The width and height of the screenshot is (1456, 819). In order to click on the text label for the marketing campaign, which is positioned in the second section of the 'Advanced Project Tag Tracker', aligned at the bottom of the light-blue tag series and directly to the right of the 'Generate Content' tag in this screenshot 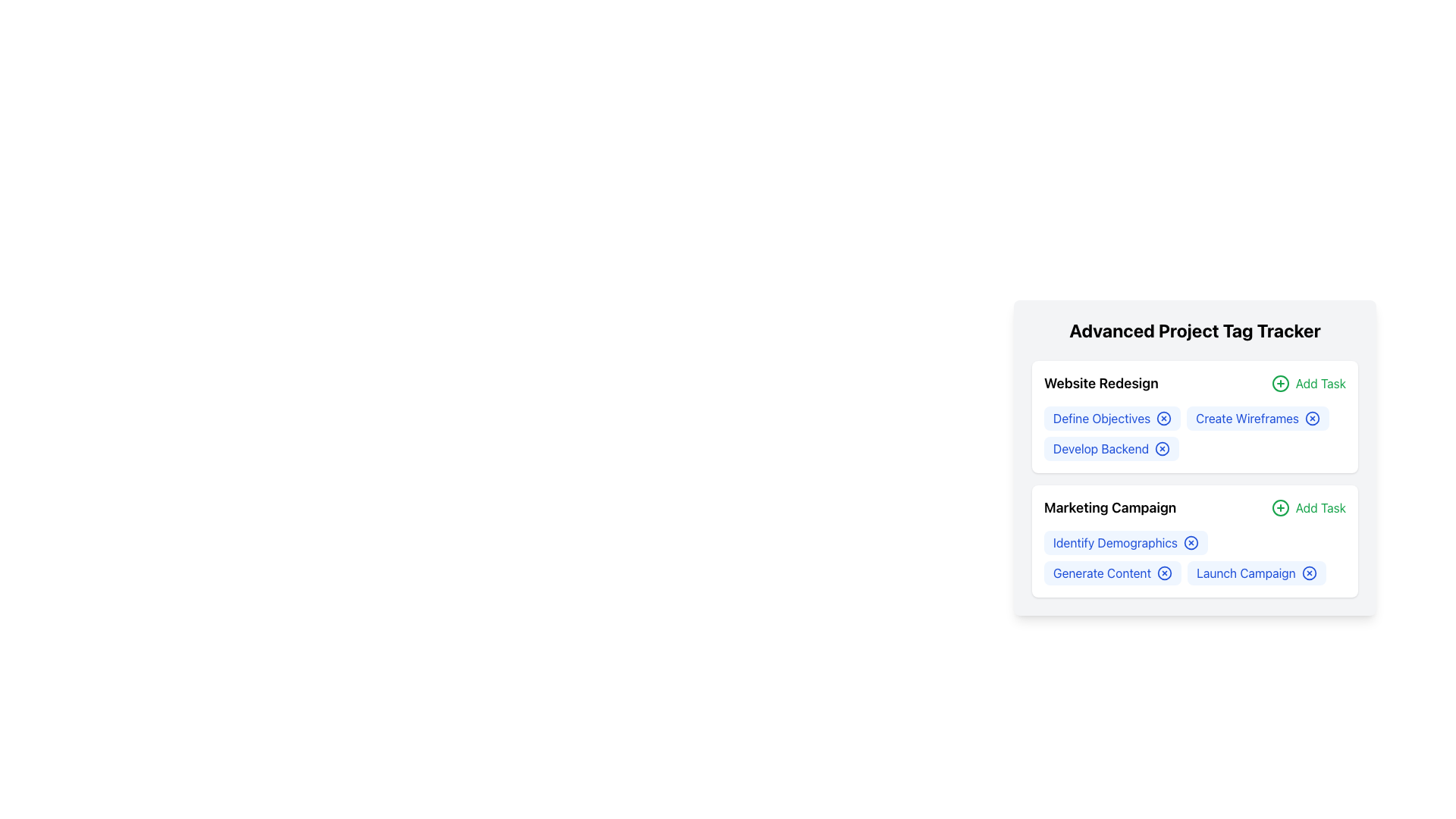, I will do `click(1246, 573)`.